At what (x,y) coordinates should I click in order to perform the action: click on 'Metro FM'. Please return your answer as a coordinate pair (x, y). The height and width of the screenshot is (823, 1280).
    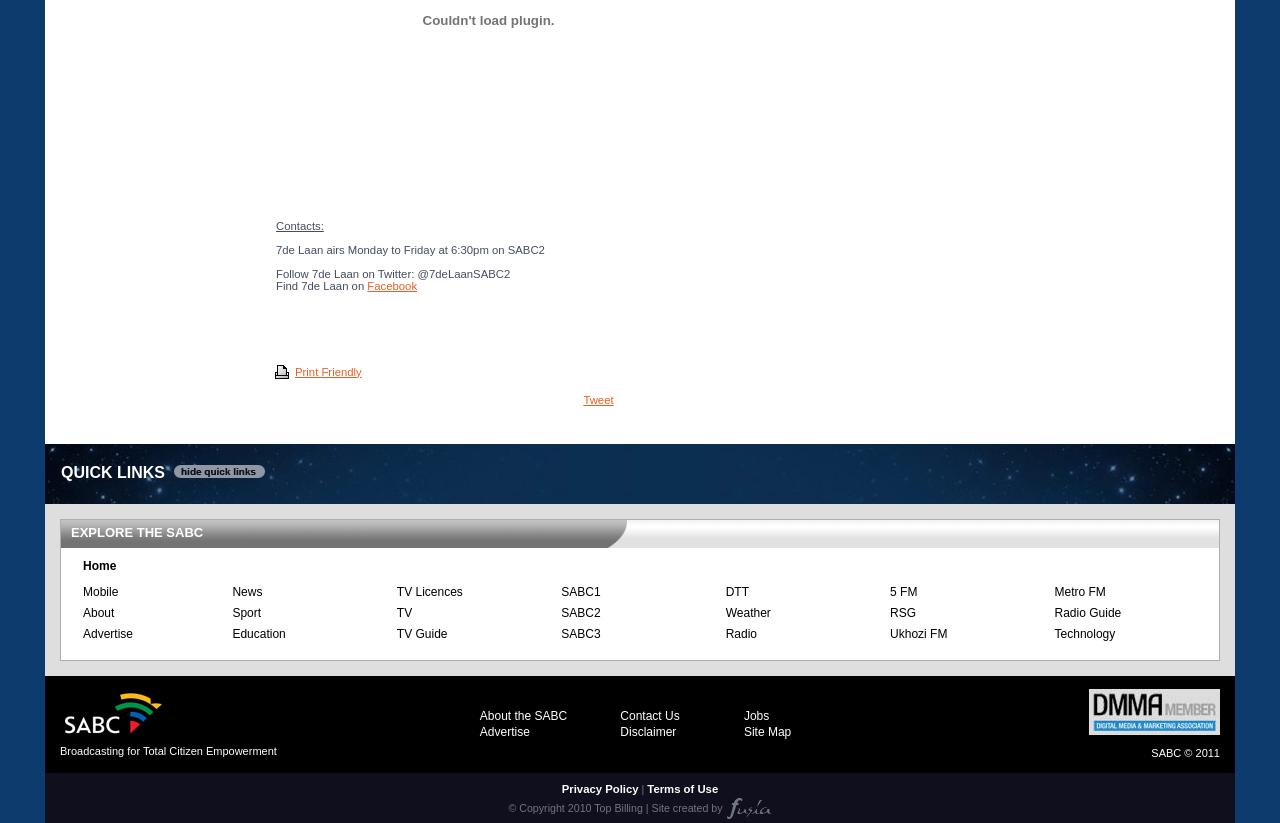
    Looking at the image, I should click on (1052, 590).